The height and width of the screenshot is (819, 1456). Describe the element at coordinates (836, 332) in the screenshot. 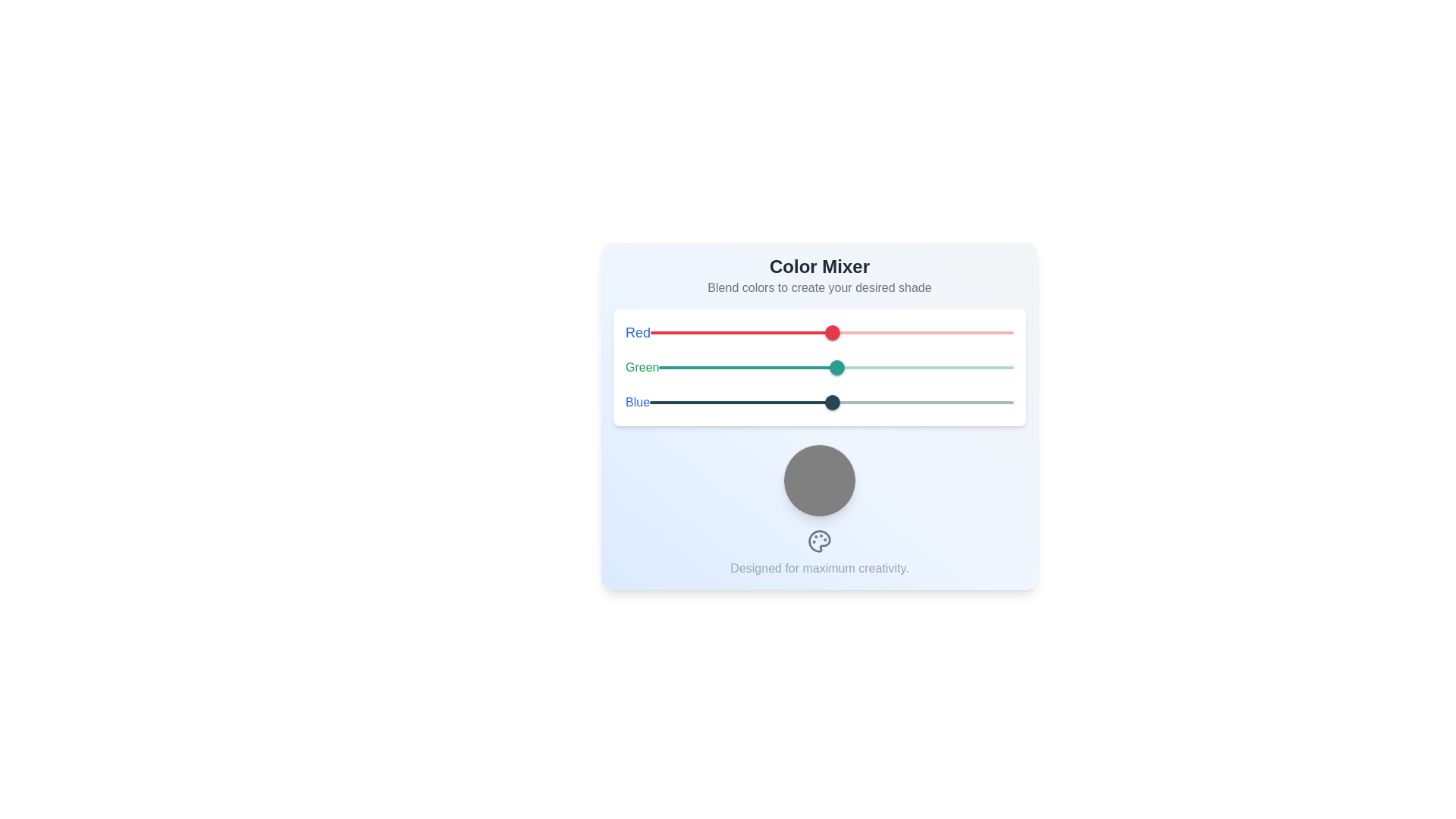

I see `the red component of the color` at that location.